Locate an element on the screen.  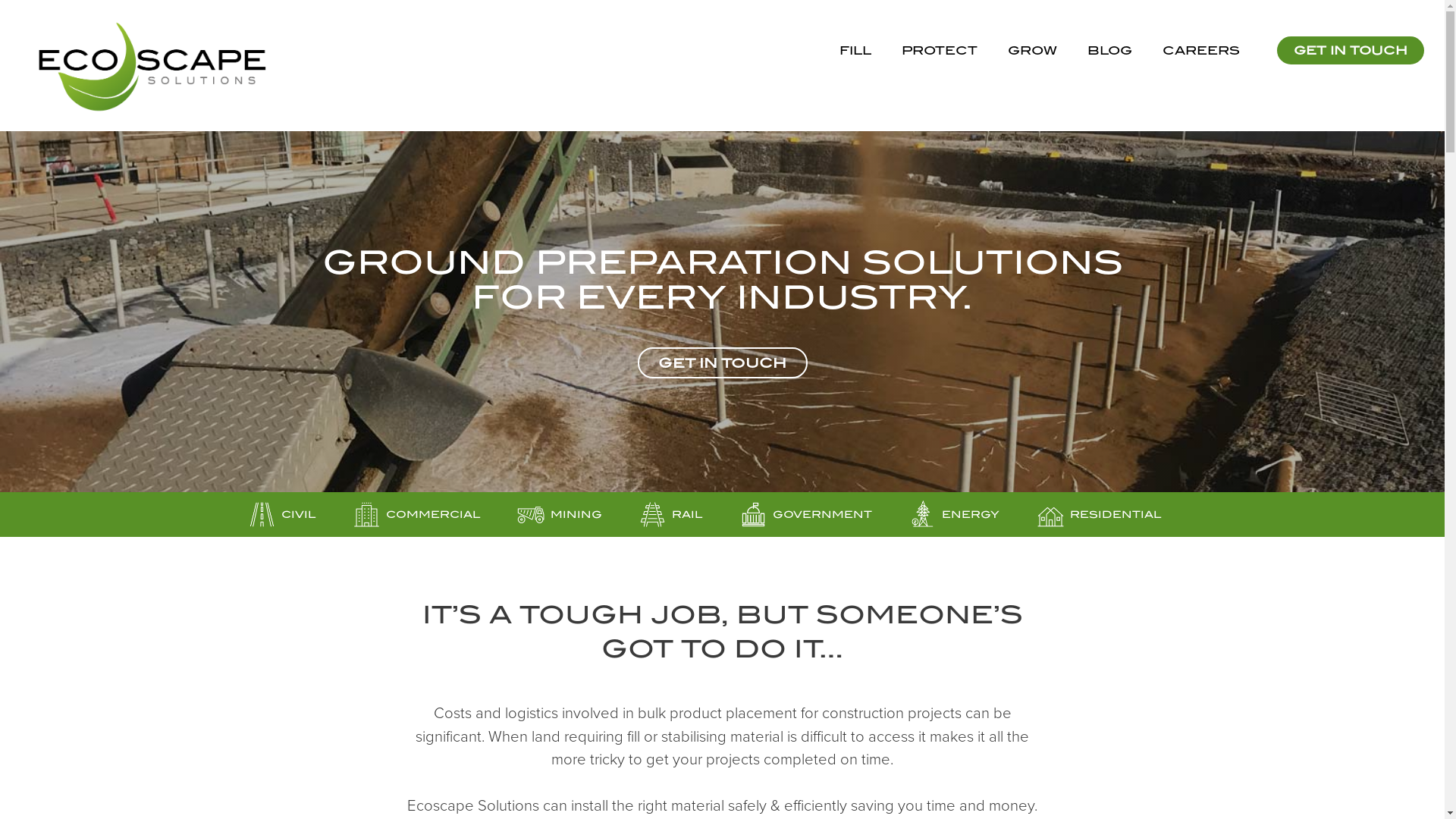
'GROW' is located at coordinates (1031, 49).